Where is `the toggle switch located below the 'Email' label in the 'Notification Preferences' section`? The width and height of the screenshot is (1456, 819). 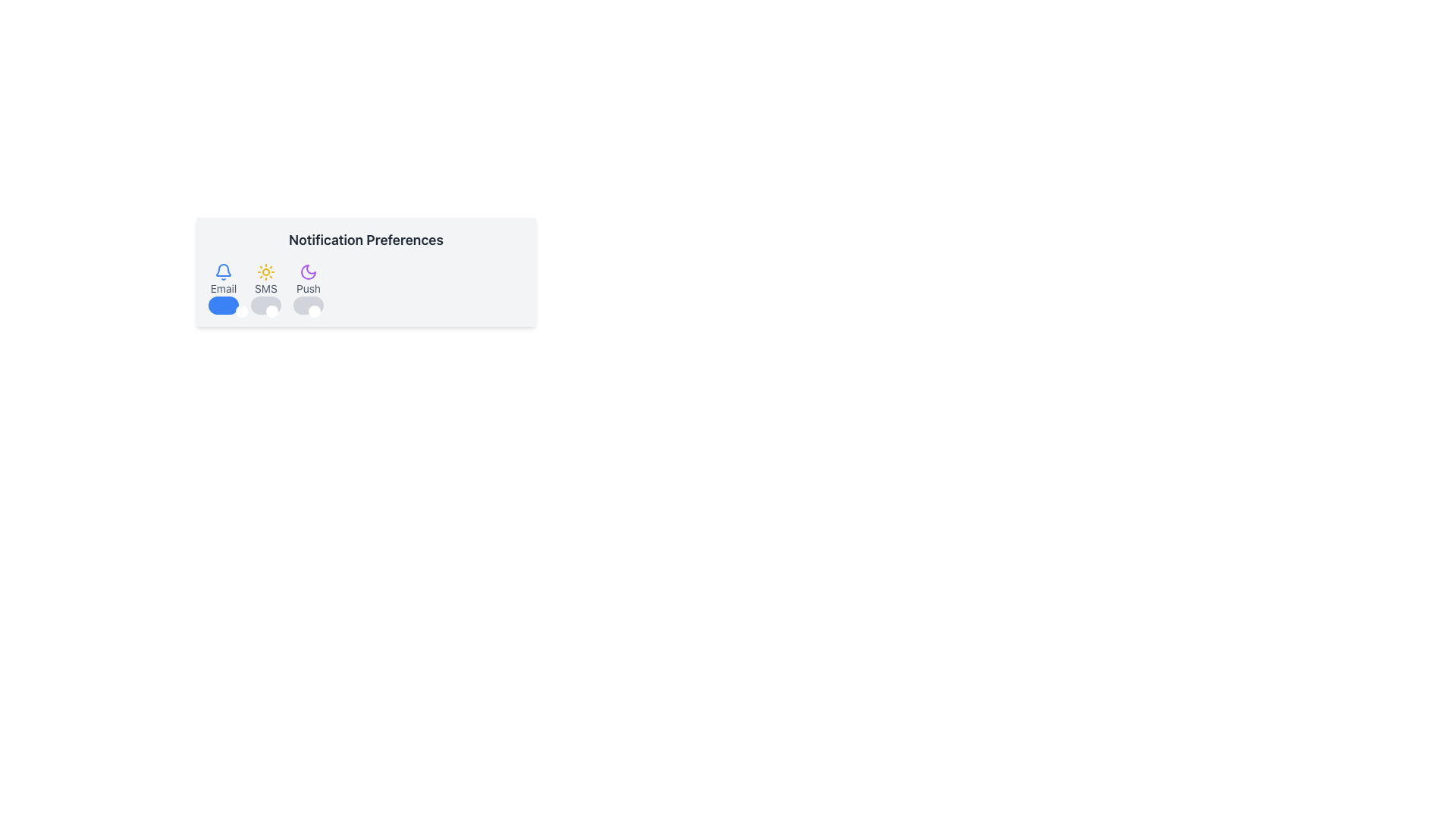
the toggle switch located below the 'Email' label in the 'Notification Preferences' section is located at coordinates (222, 305).